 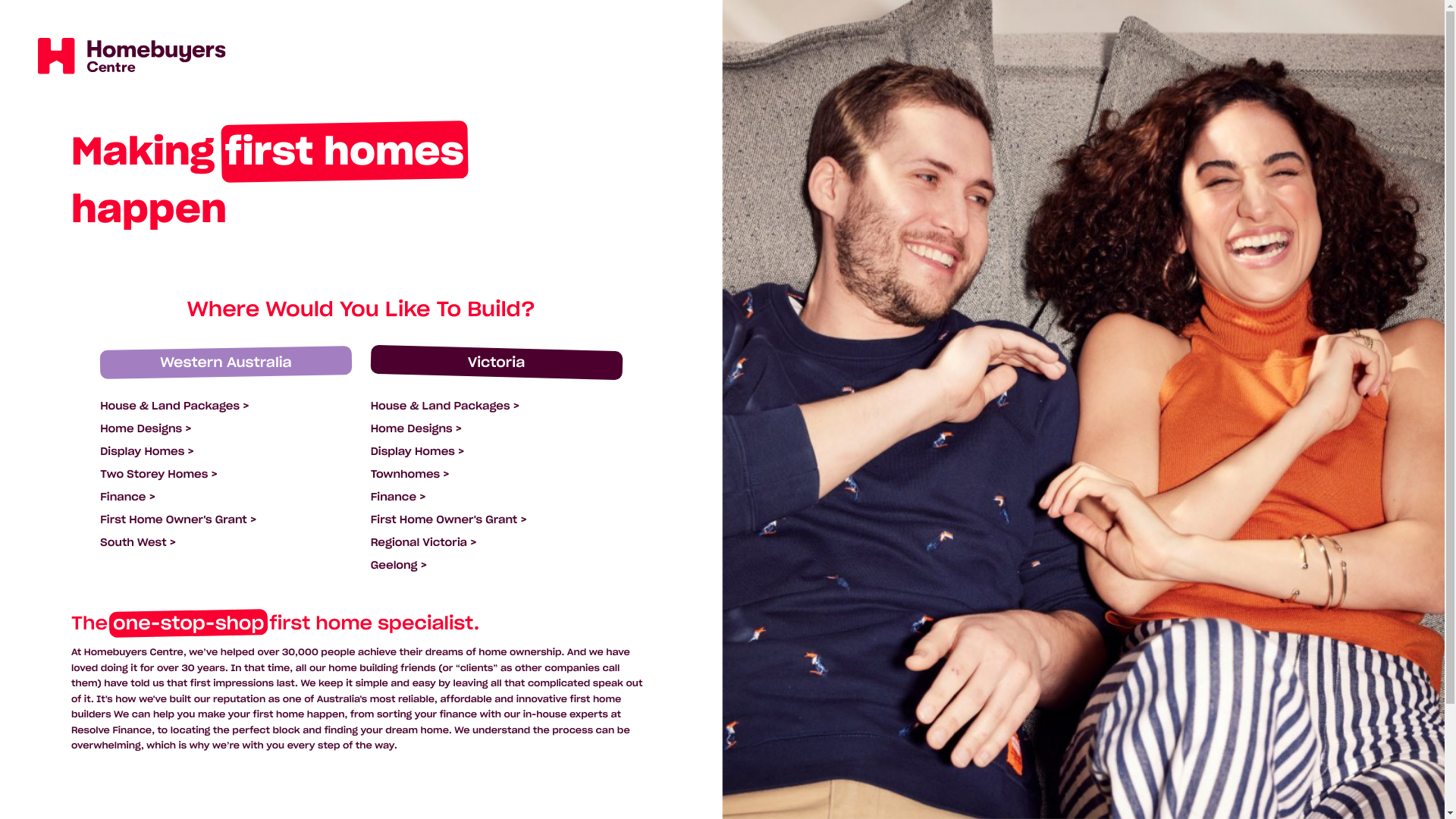 I want to click on 'House & Land Packages >', so click(x=371, y=405).